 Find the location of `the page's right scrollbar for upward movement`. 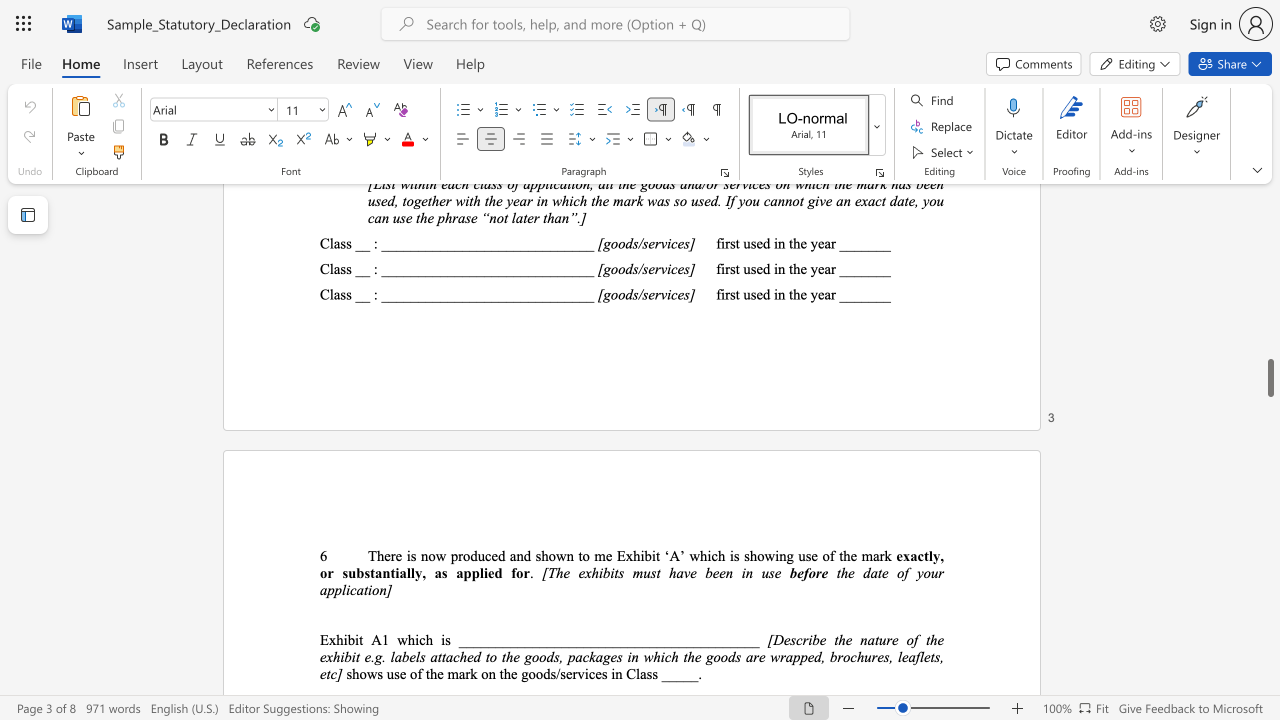

the page's right scrollbar for upward movement is located at coordinates (1269, 248).